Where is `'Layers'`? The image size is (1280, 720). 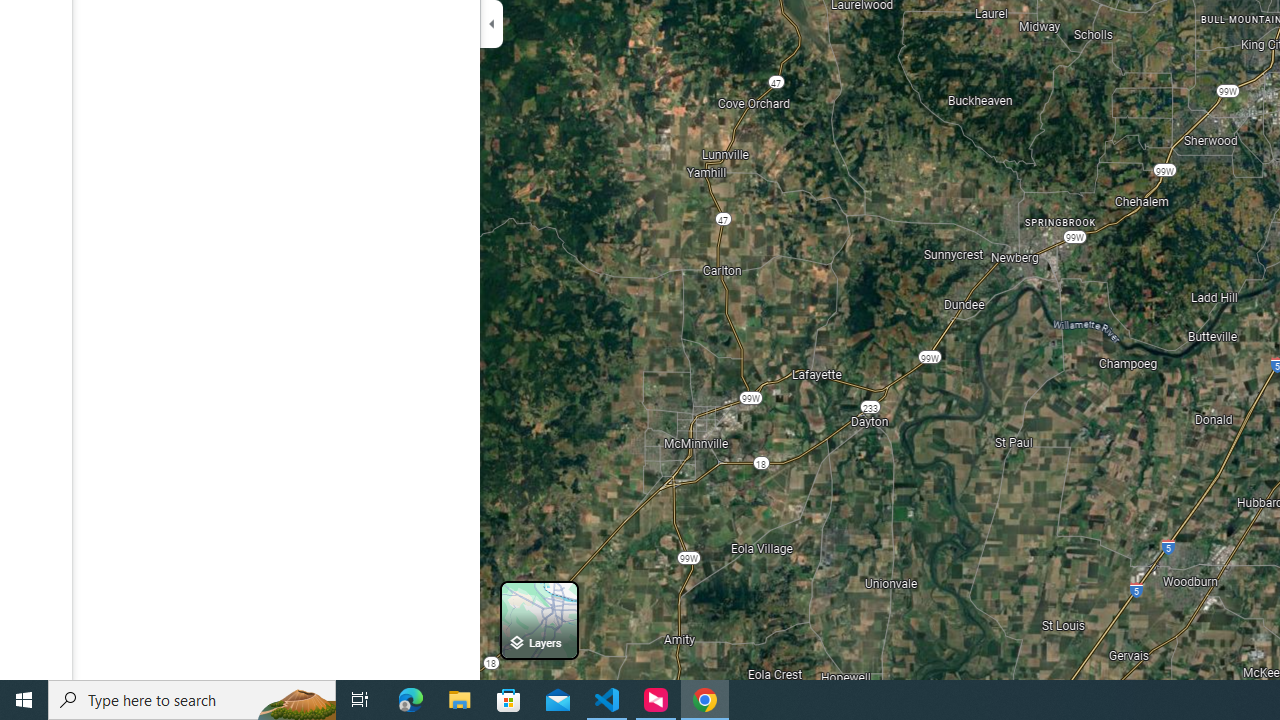 'Layers' is located at coordinates (539, 619).